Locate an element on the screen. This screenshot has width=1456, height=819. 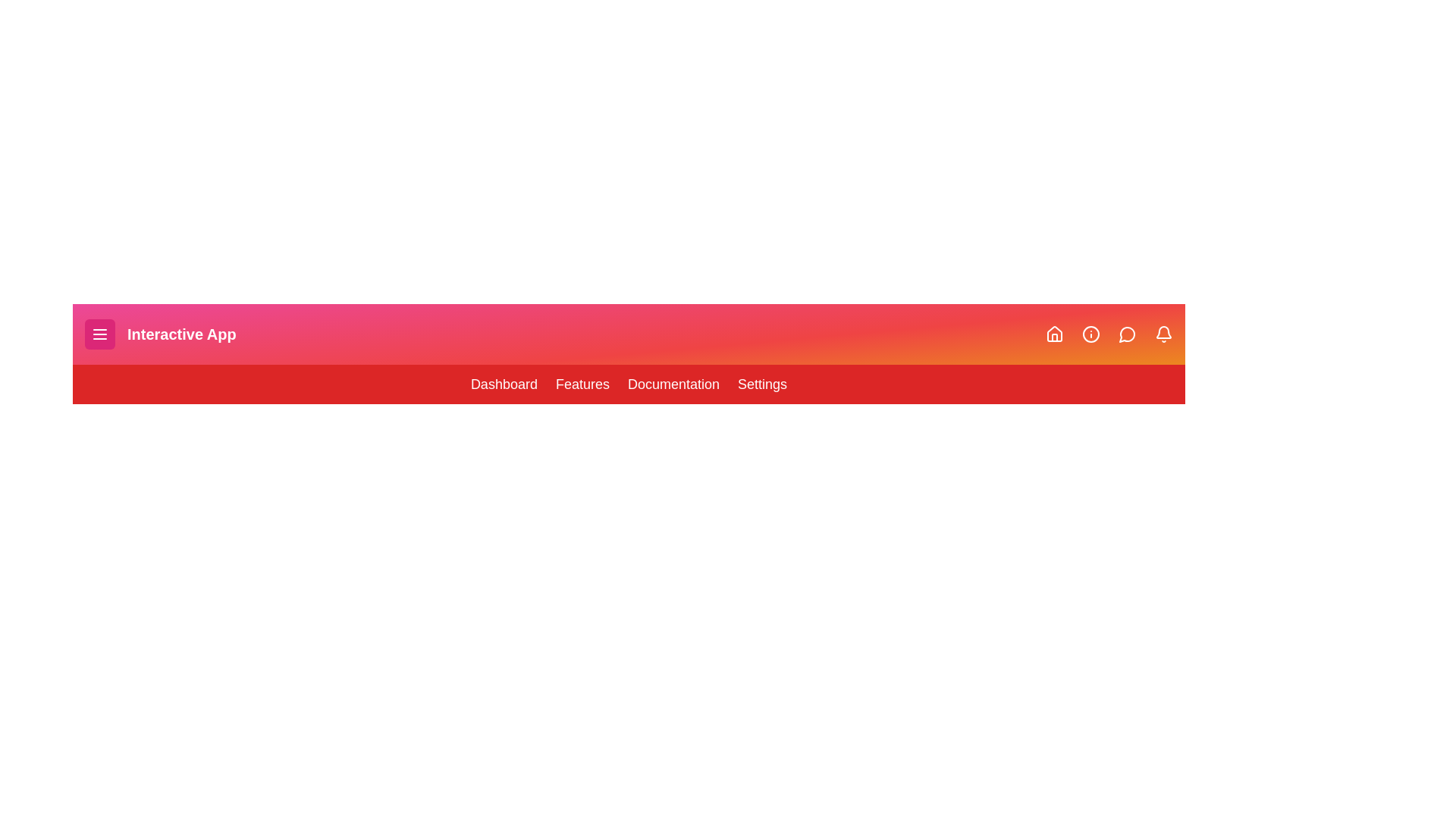
the menu item Features from the menu bar is located at coordinates (582, 383).